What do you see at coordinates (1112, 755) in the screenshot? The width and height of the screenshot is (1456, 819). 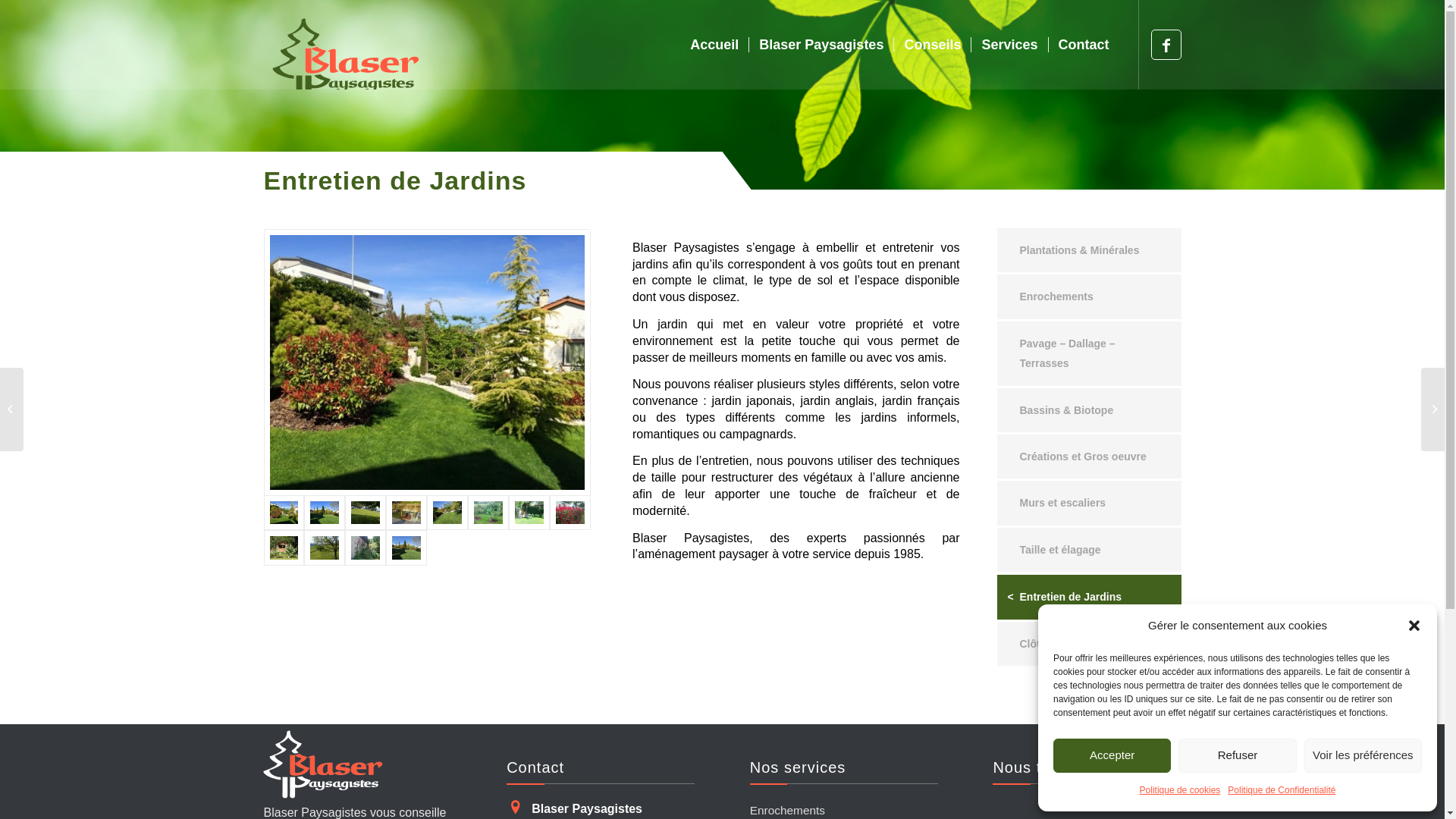 I see `'Accepter'` at bounding box center [1112, 755].